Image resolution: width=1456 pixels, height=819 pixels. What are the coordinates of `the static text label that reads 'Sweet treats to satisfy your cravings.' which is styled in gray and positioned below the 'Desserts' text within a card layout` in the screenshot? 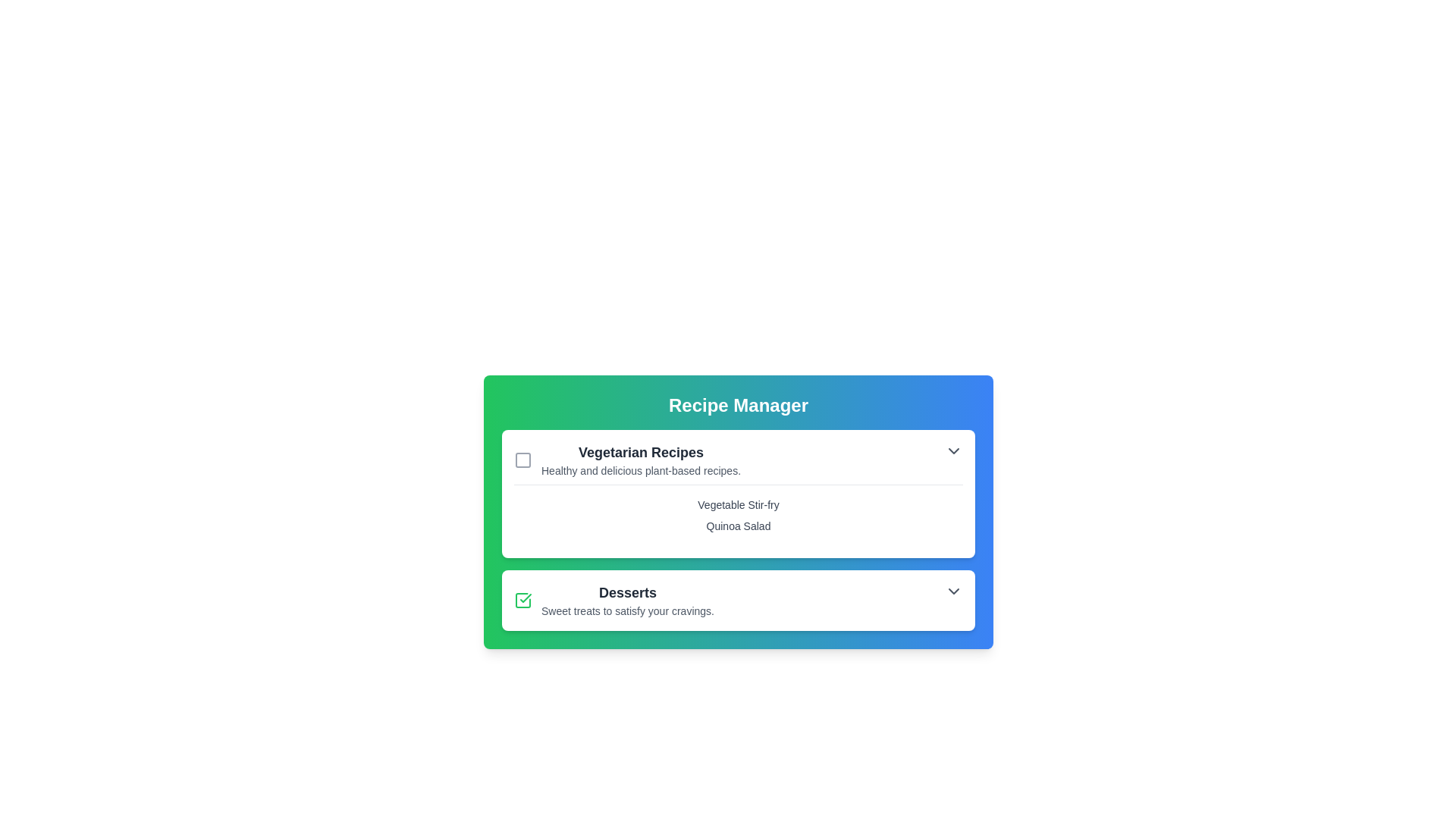 It's located at (627, 610).